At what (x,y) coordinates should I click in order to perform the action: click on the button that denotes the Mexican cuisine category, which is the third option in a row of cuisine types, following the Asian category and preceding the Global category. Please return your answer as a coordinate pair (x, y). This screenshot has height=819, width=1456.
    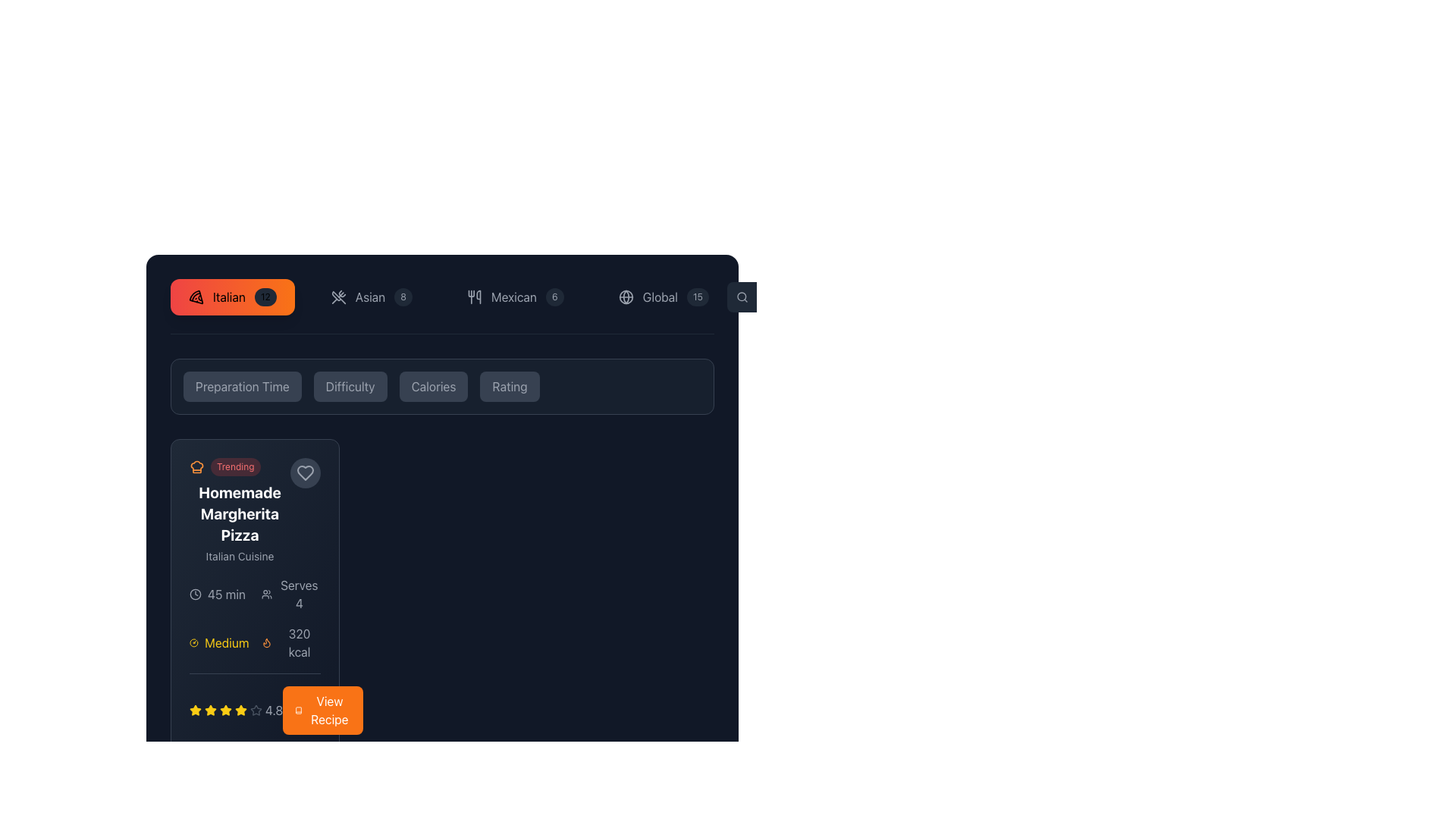
    Looking at the image, I should click on (515, 297).